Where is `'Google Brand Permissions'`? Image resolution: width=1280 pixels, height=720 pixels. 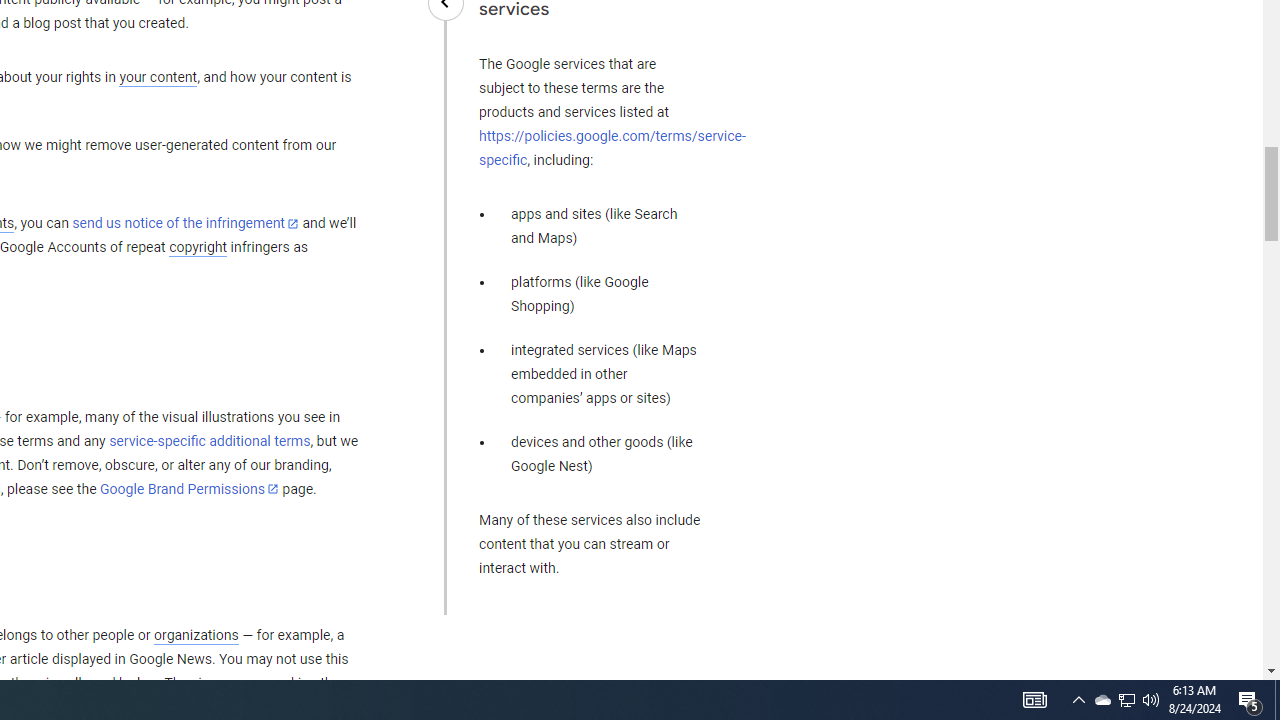
'Google Brand Permissions' is located at coordinates (189, 489).